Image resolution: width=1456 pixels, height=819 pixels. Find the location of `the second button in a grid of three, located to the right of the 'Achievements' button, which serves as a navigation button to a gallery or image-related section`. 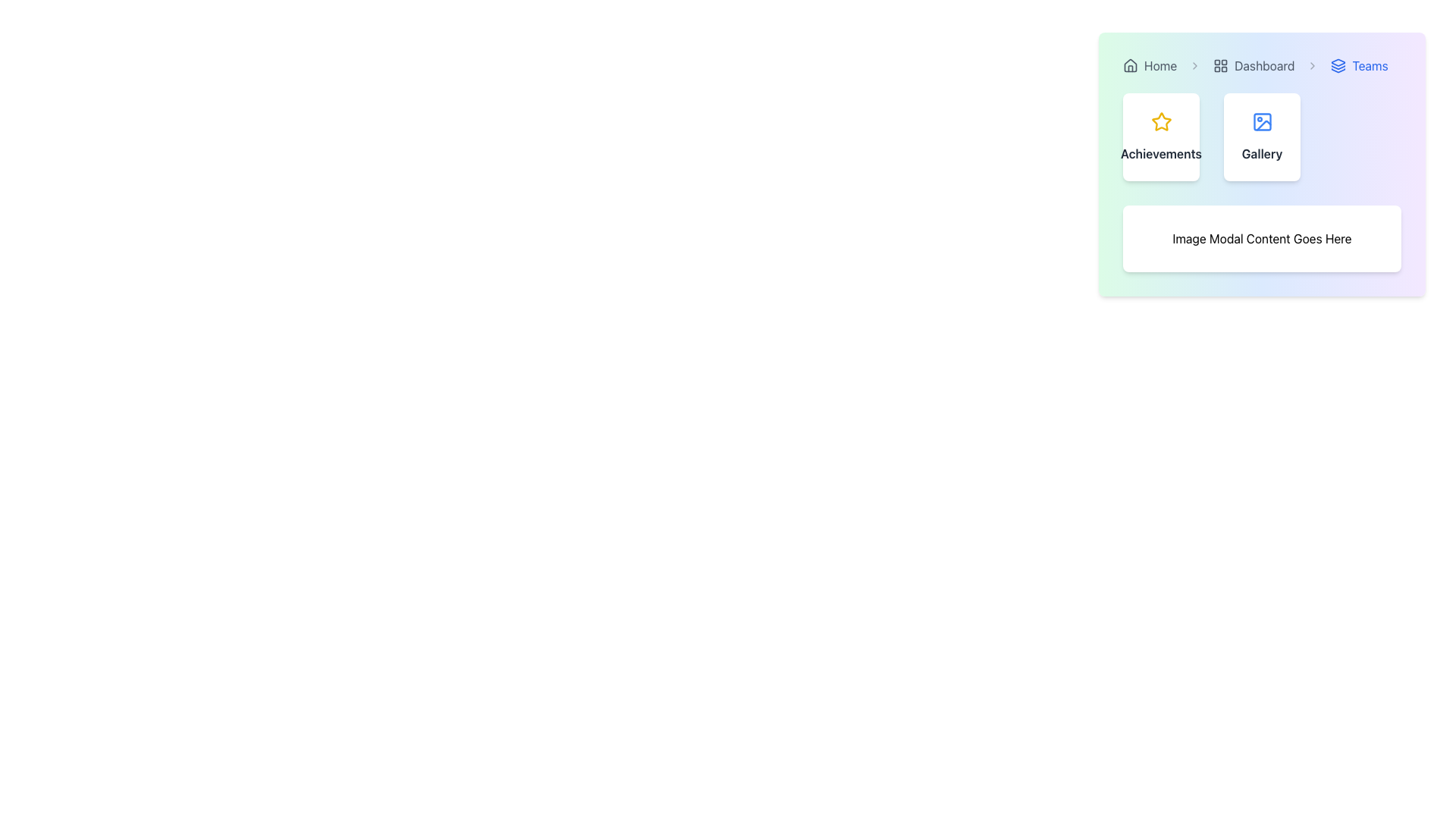

the second button in a grid of three, located to the right of the 'Achievements' button, which serves as a navigation button to a gallery or image-related section is located at coordinates (1262, 137).